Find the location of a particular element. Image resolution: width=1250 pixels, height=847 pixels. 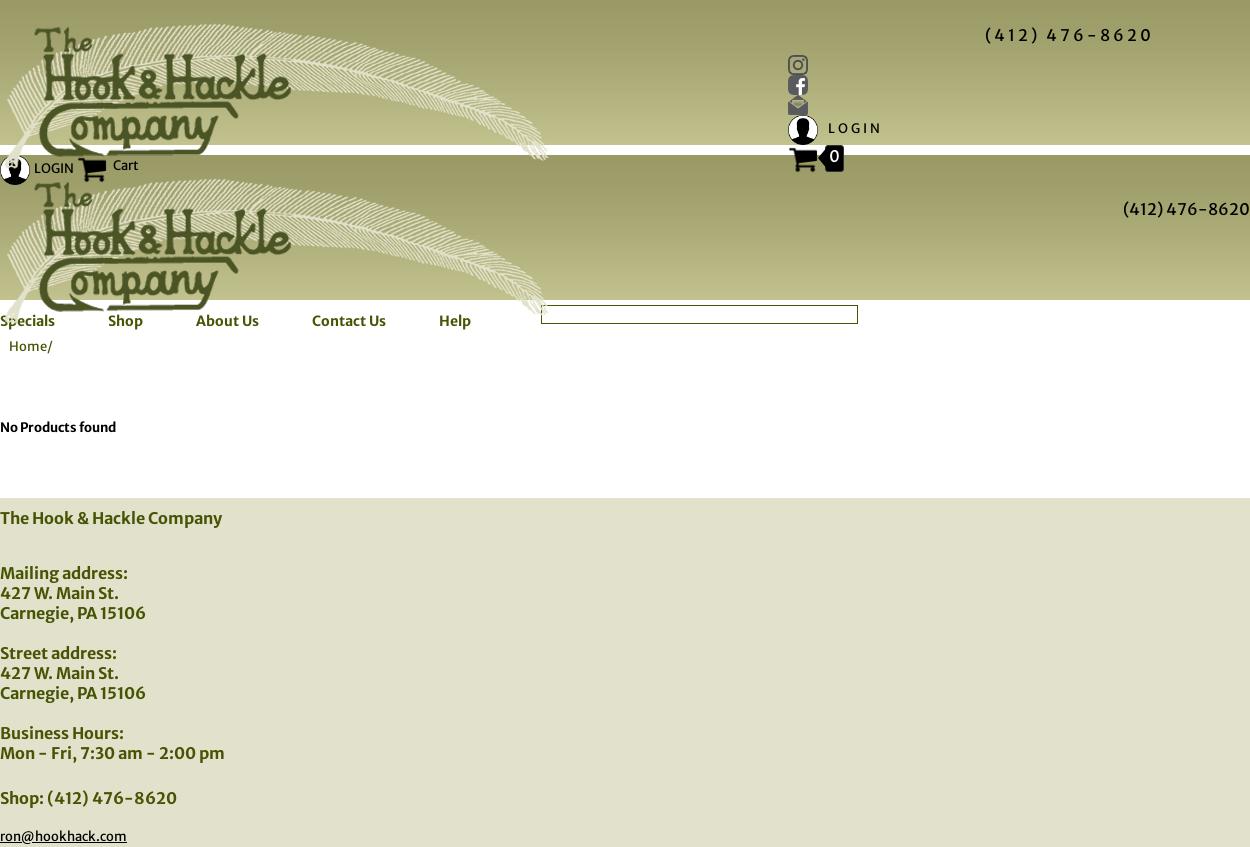

'The Hook & Hackle Company' is located at coordinates (0, 517).